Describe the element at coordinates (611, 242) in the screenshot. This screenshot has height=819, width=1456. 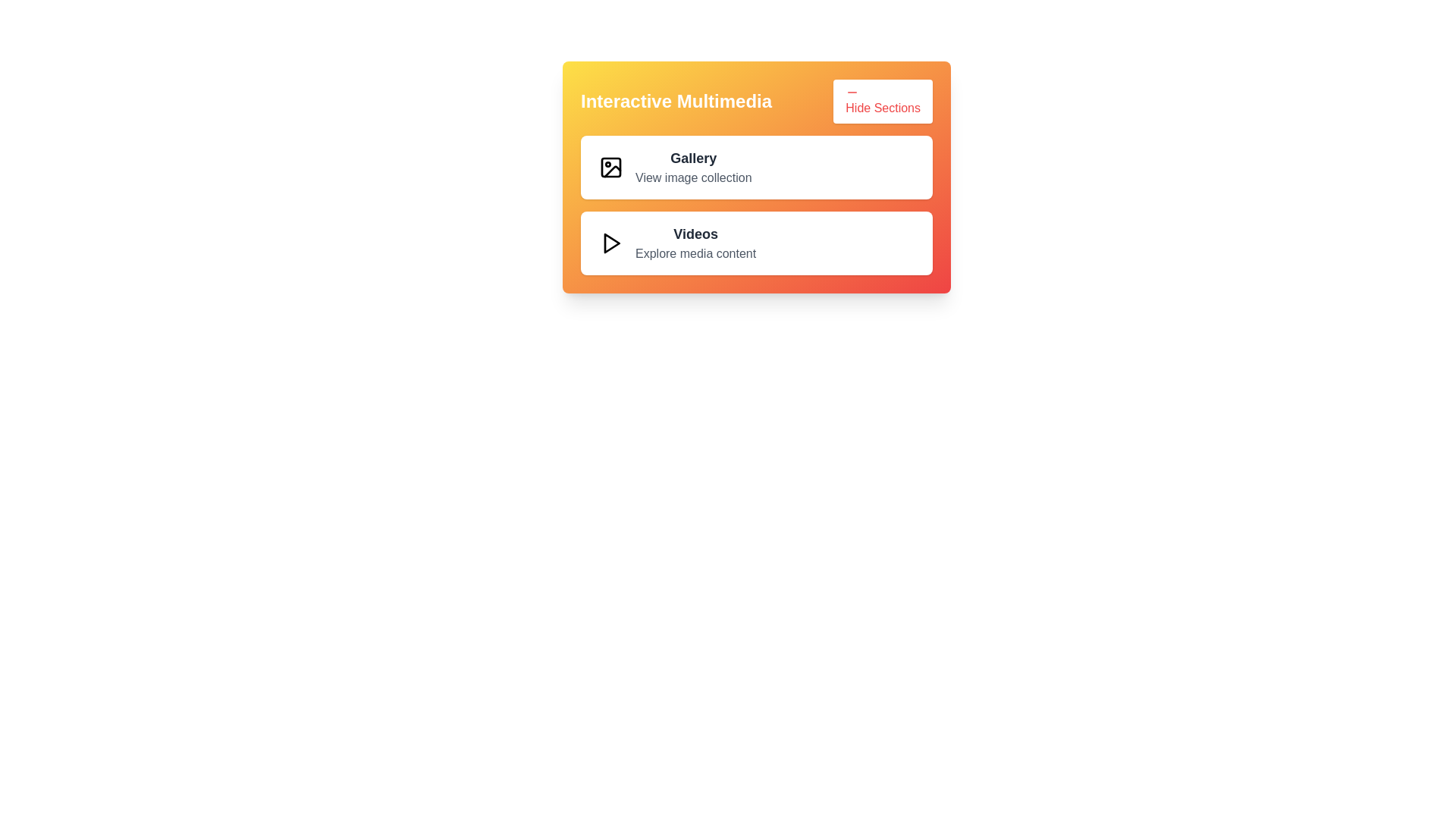
I see `the triangular play icon outlined in black that is positioned next to the text label 'Videos' within the card component` at that location.